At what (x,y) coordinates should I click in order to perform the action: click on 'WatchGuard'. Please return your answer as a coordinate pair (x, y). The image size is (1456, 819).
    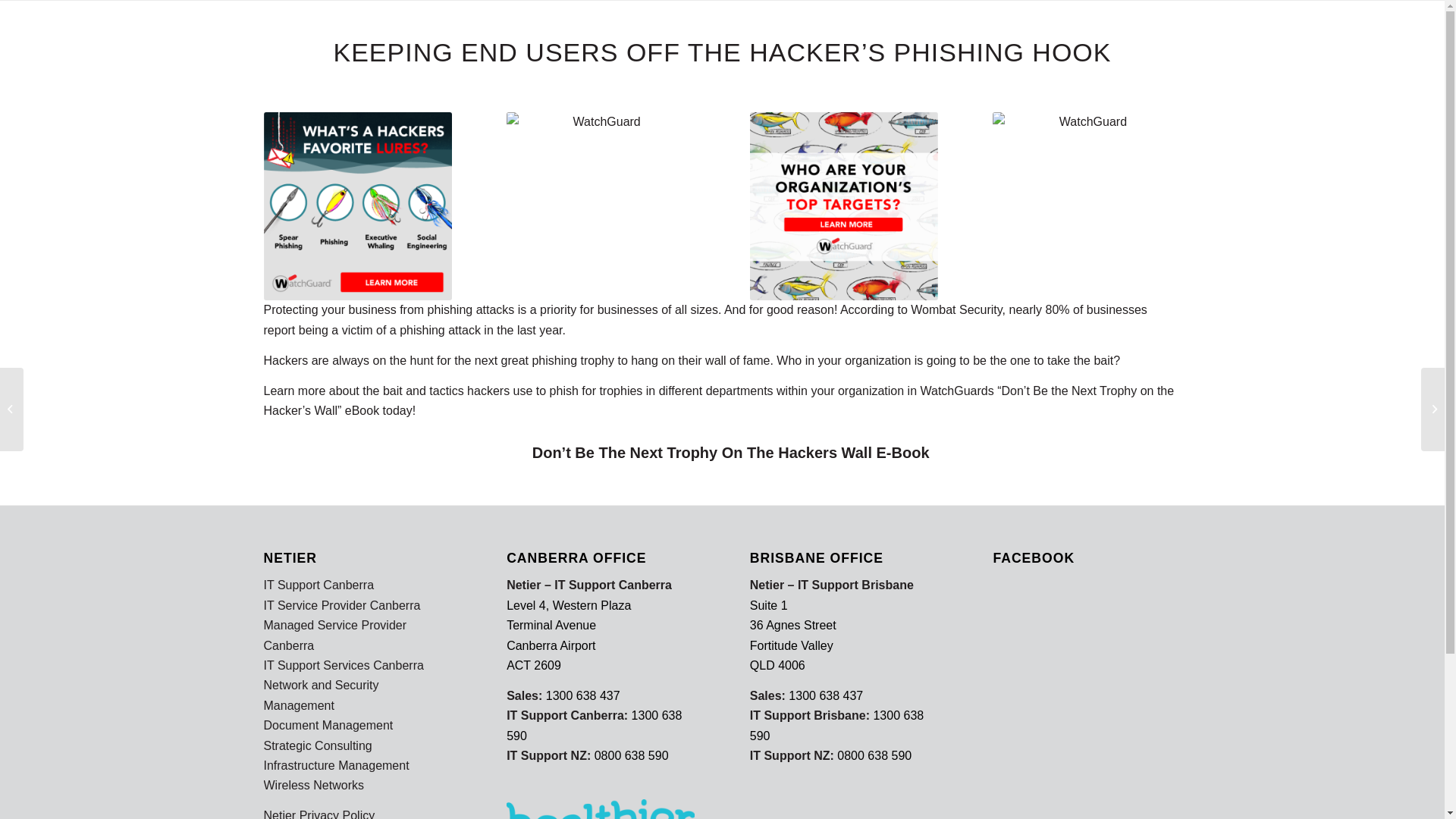
    Looking at the image, I should click on (600, 206).